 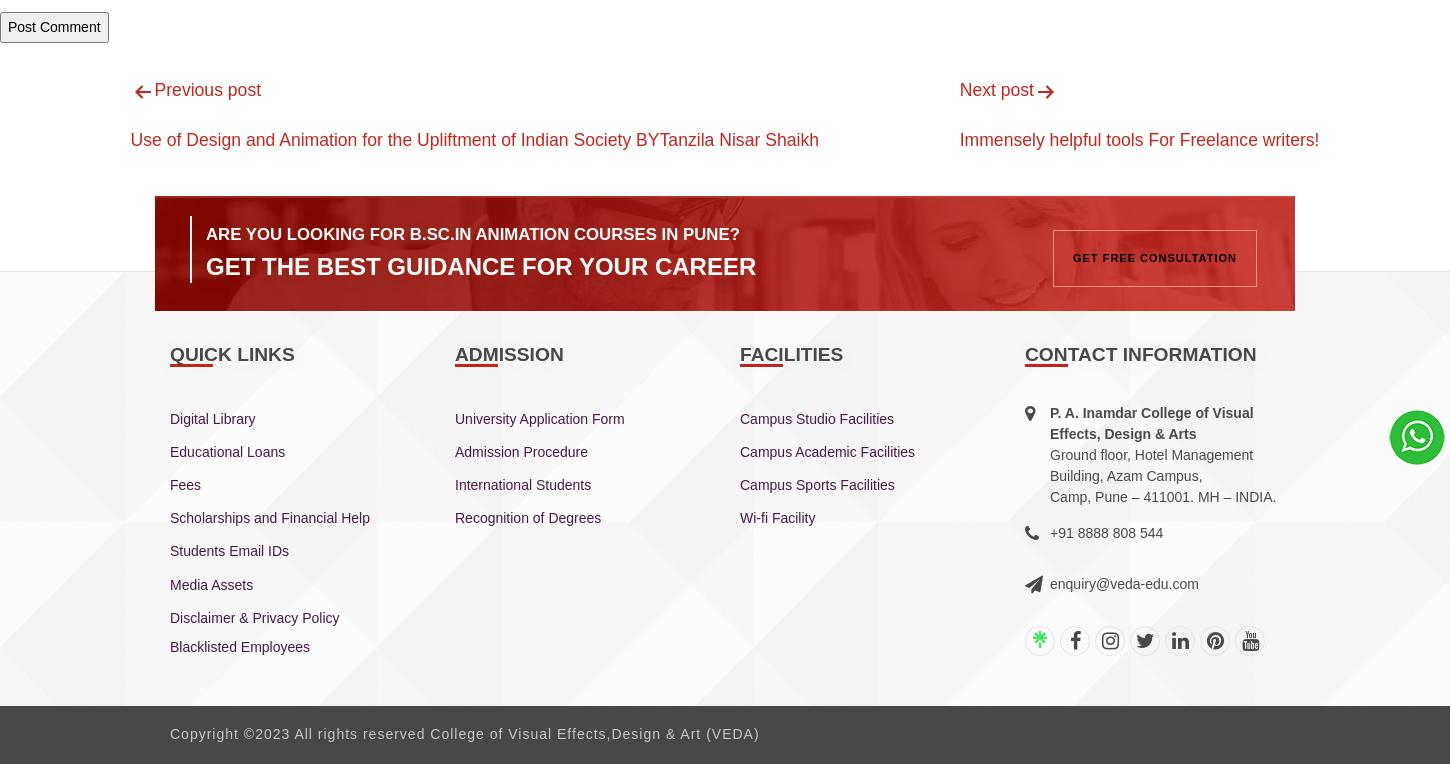 What do you see at coordinates (231, 354) in the screenshot?
I see `'QUICK LINKS'` at bounding box center [231, 354].